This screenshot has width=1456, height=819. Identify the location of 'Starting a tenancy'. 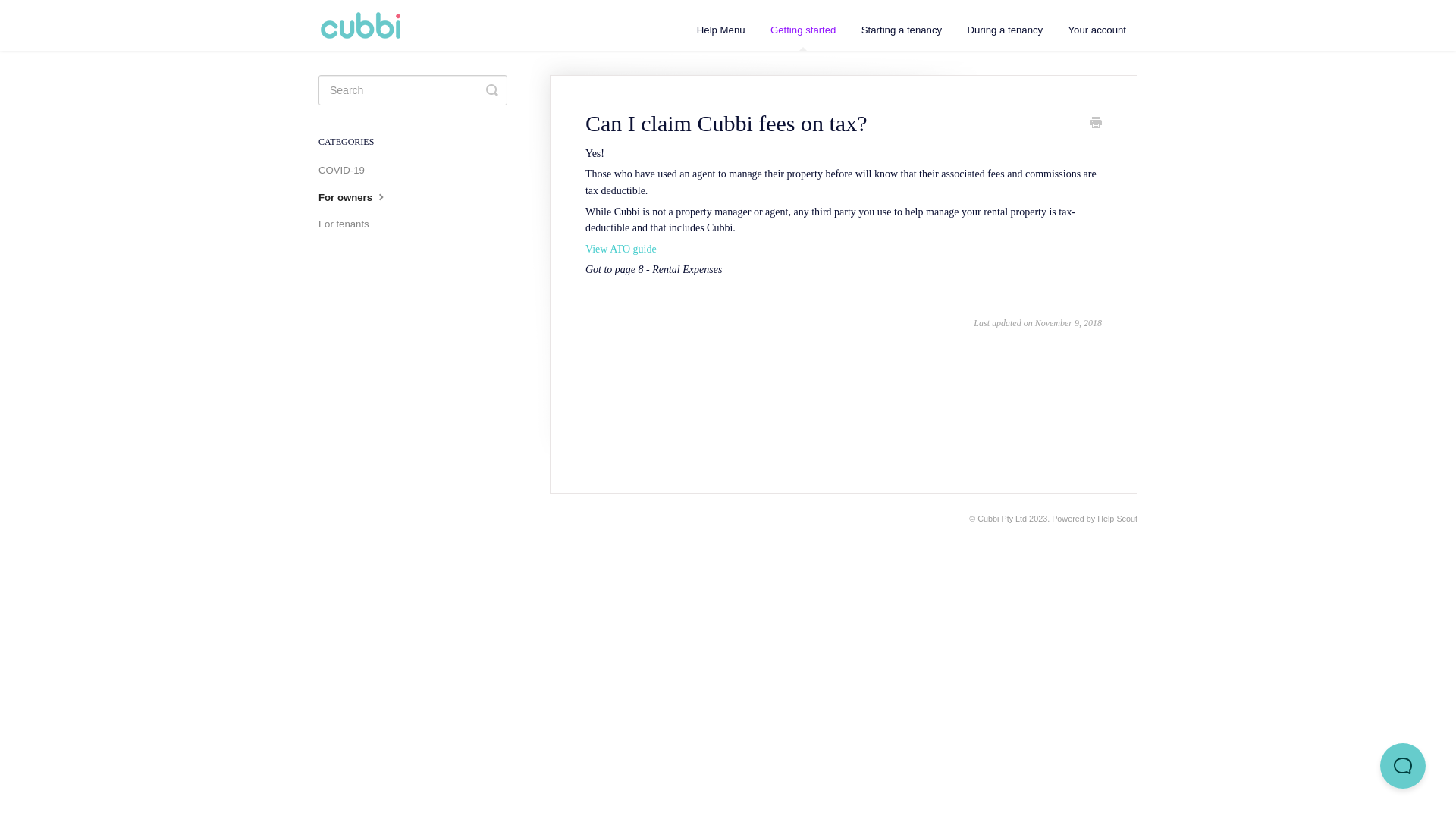
(850, 30).